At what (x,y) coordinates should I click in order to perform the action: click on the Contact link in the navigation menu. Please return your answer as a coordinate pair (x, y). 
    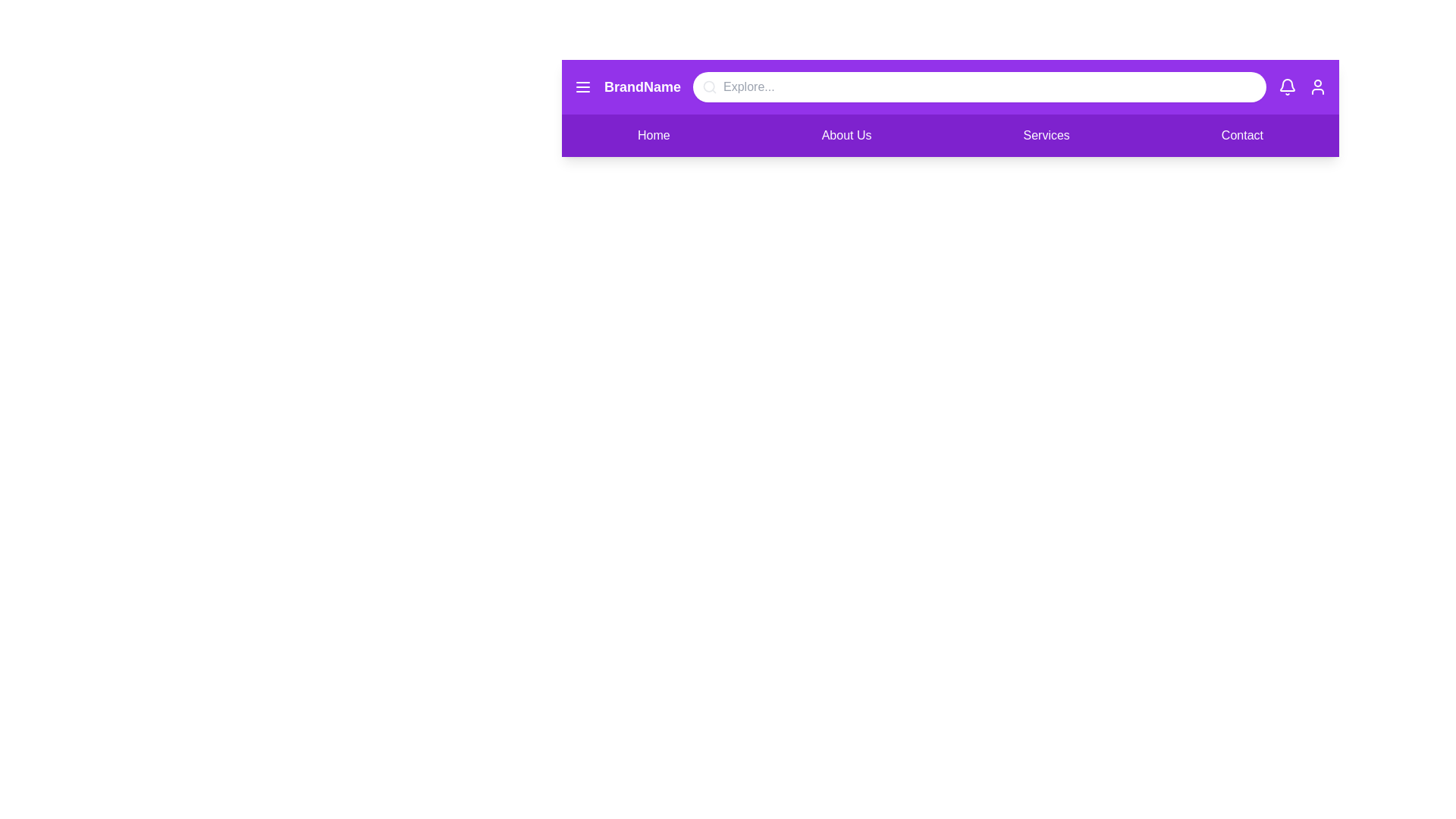
    Looking at the image, I should click on (1241, 134).